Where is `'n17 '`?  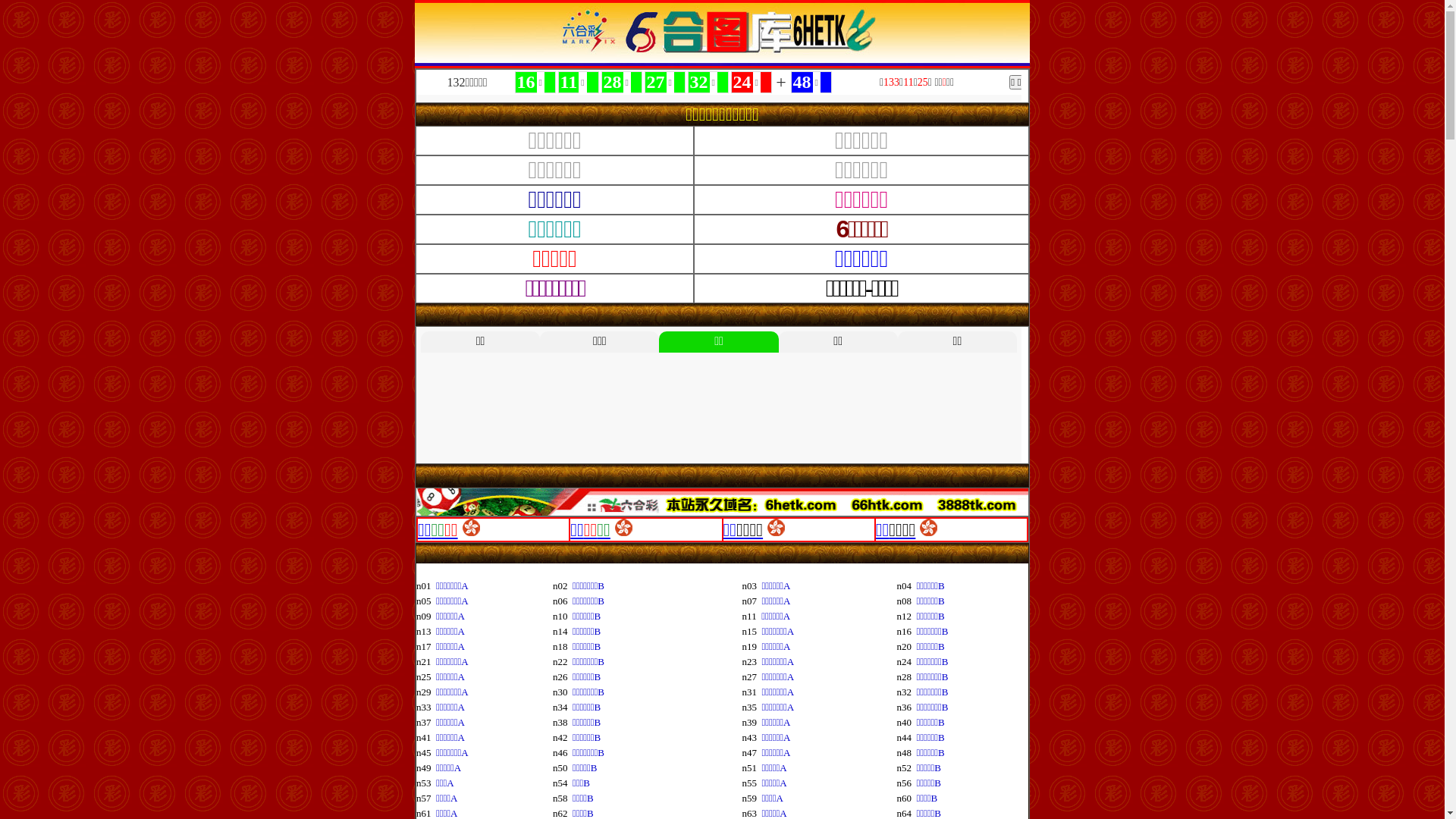 'n17 ' is located at coordinates (416, 646).